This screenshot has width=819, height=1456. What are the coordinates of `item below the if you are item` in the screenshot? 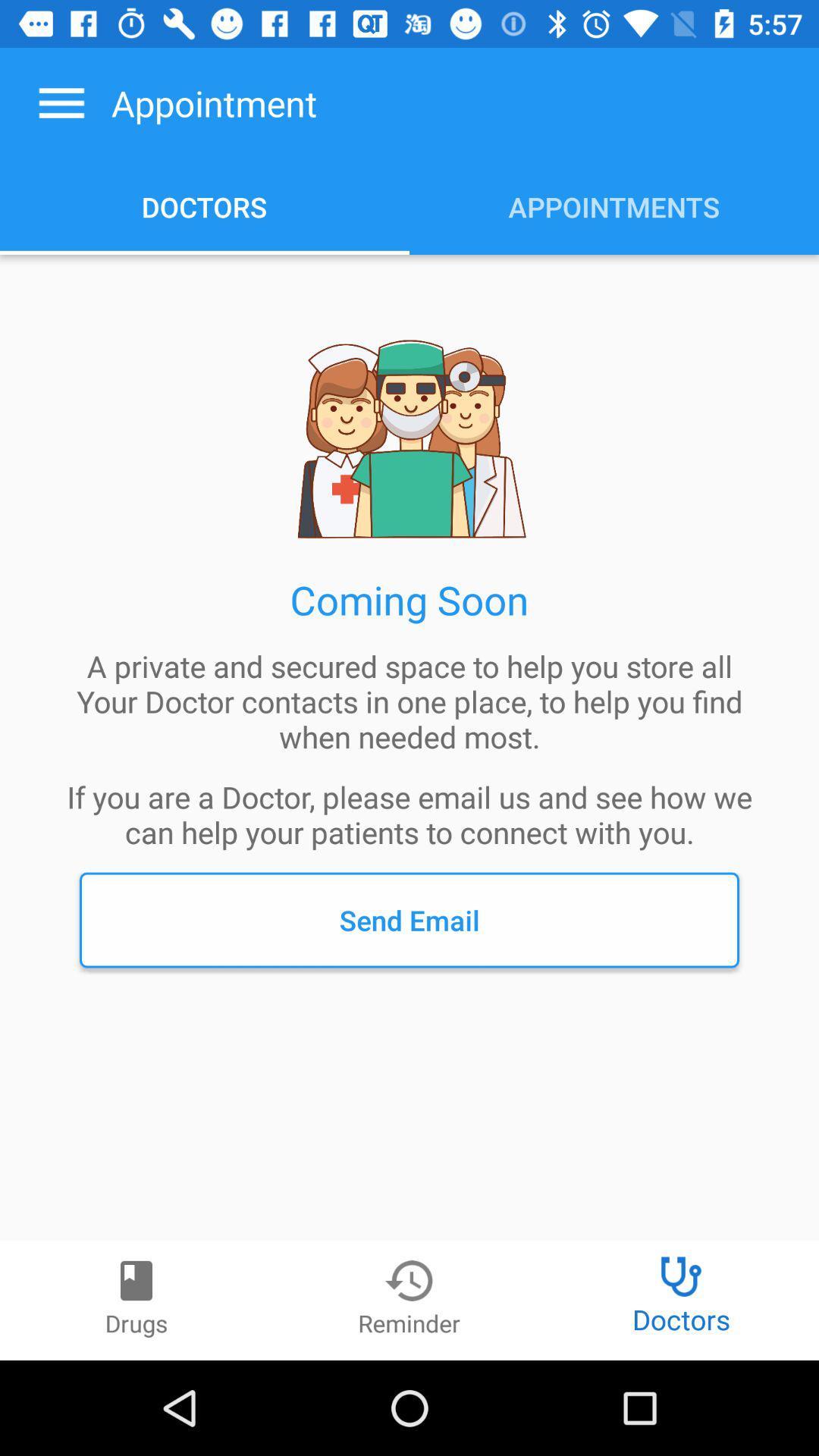 It's located at (409, 919).